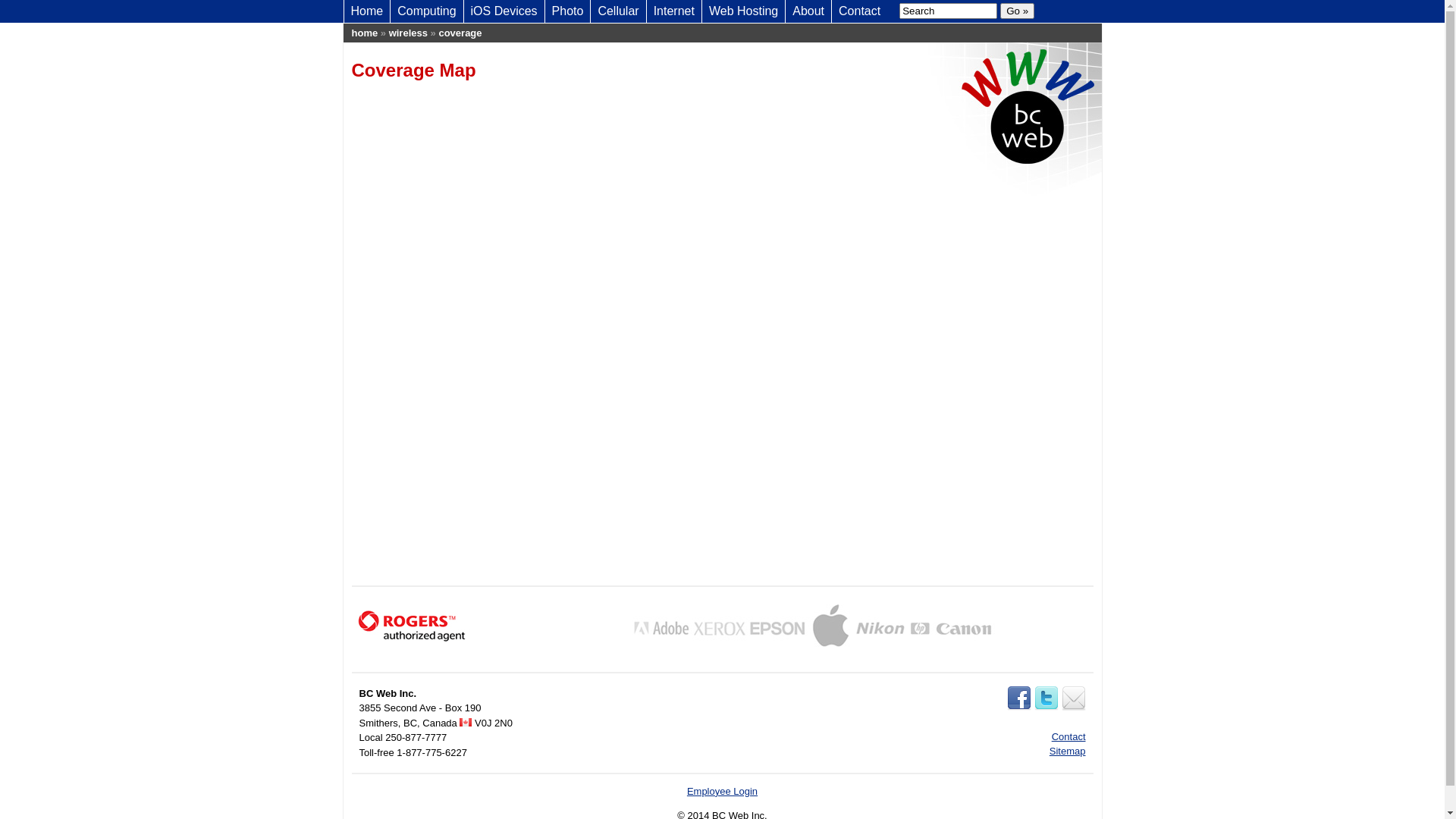 Image resolution: width=1456 pixels, height=819 pixels. Describe the element at coordinates (807, 11) in the screenshot. I see `'About'` at that location.